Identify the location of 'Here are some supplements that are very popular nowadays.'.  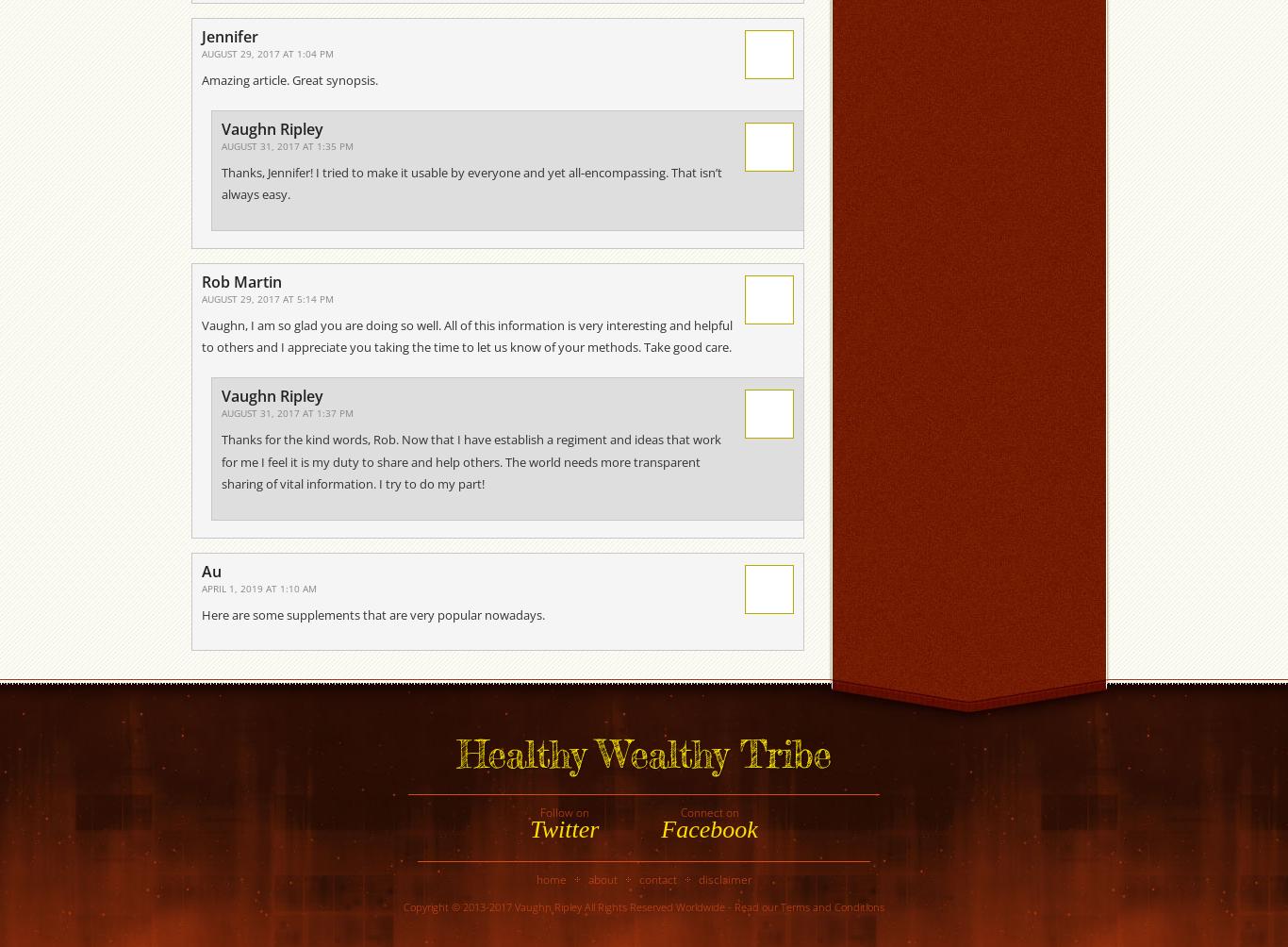
(372, 612).